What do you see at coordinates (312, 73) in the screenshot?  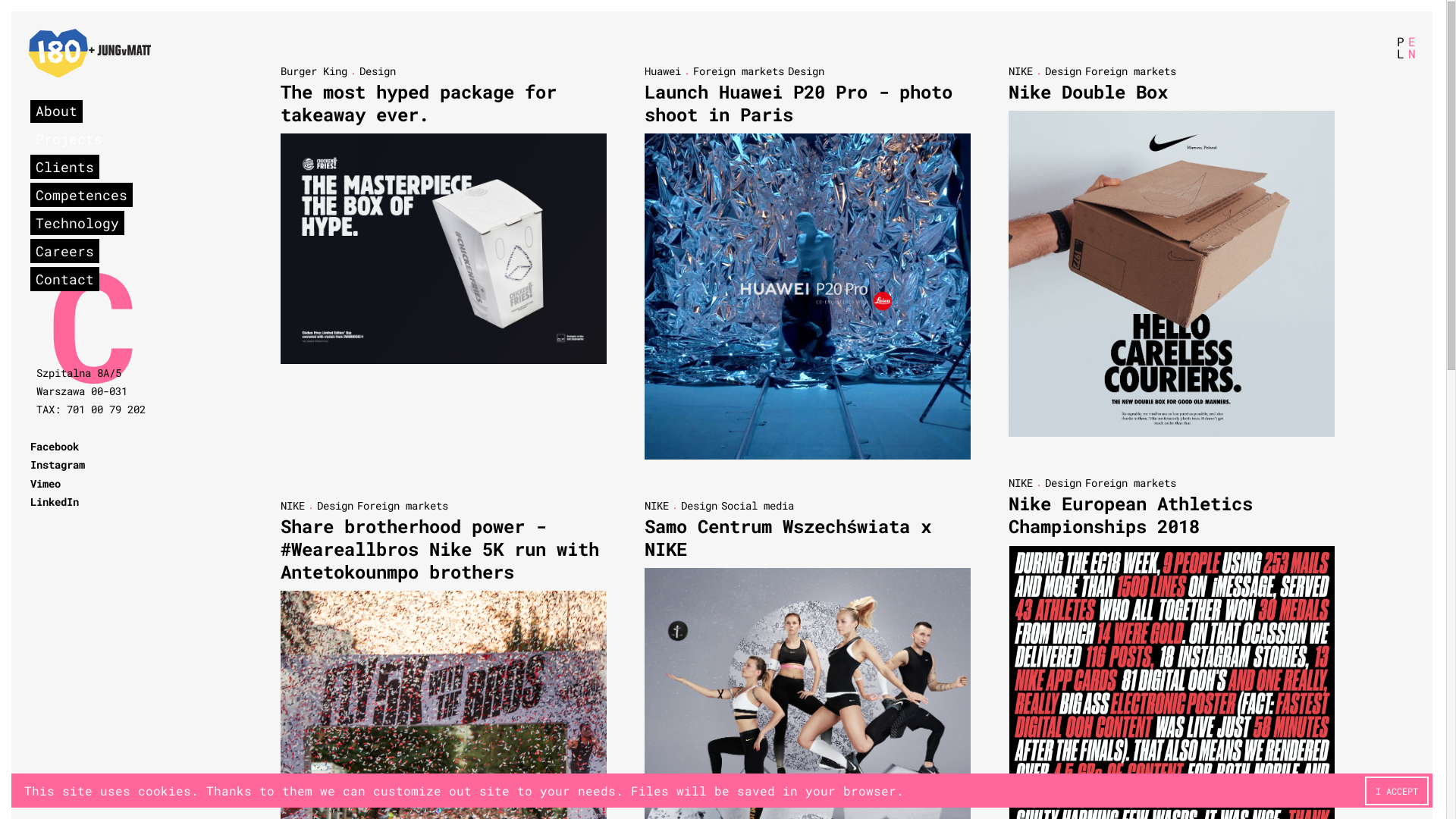 I see `'Burger King'` at bounding box center [312, 73].